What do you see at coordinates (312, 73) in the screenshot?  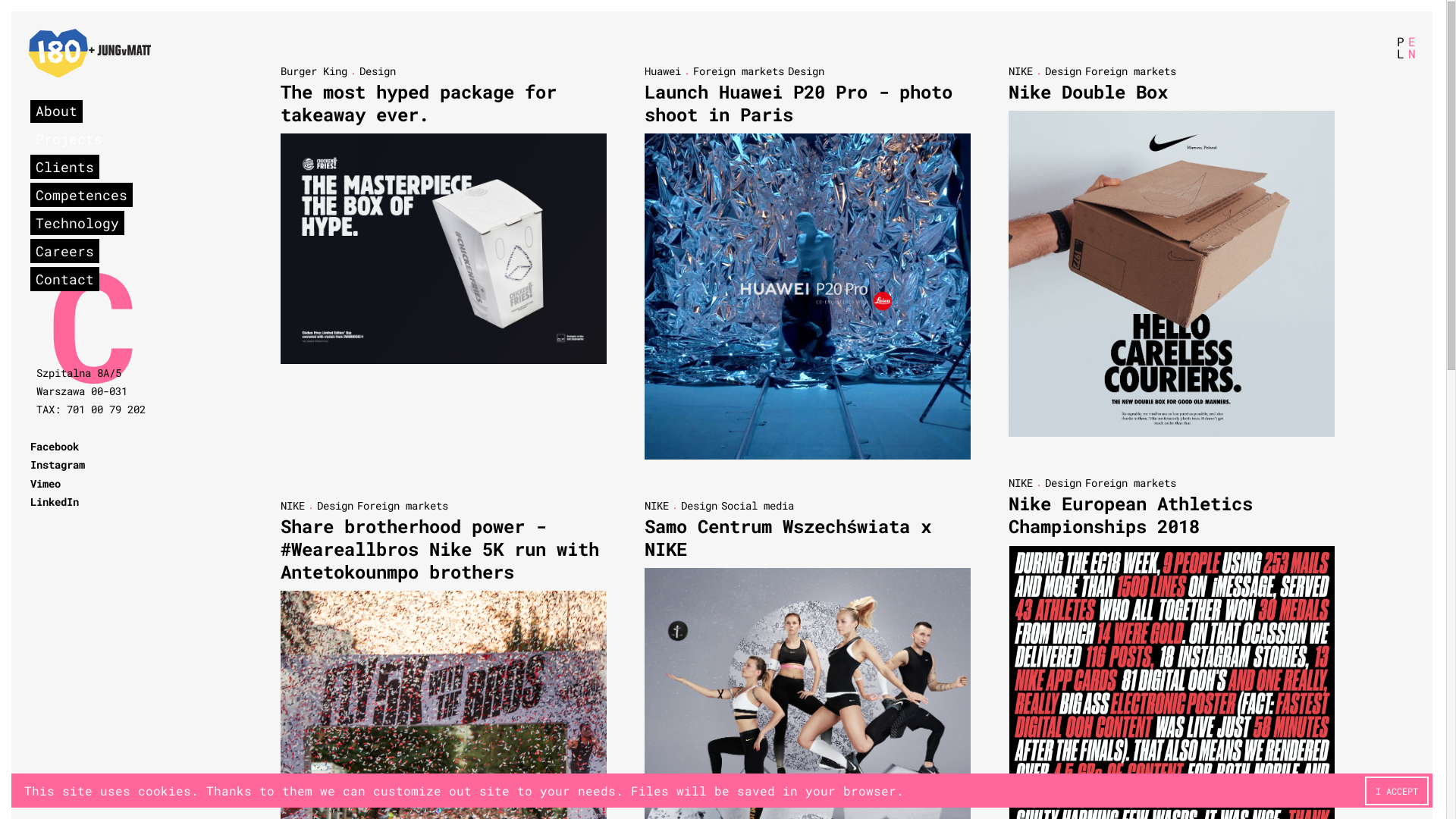 I see `'Burger King'` at bounding box center [312, 73].